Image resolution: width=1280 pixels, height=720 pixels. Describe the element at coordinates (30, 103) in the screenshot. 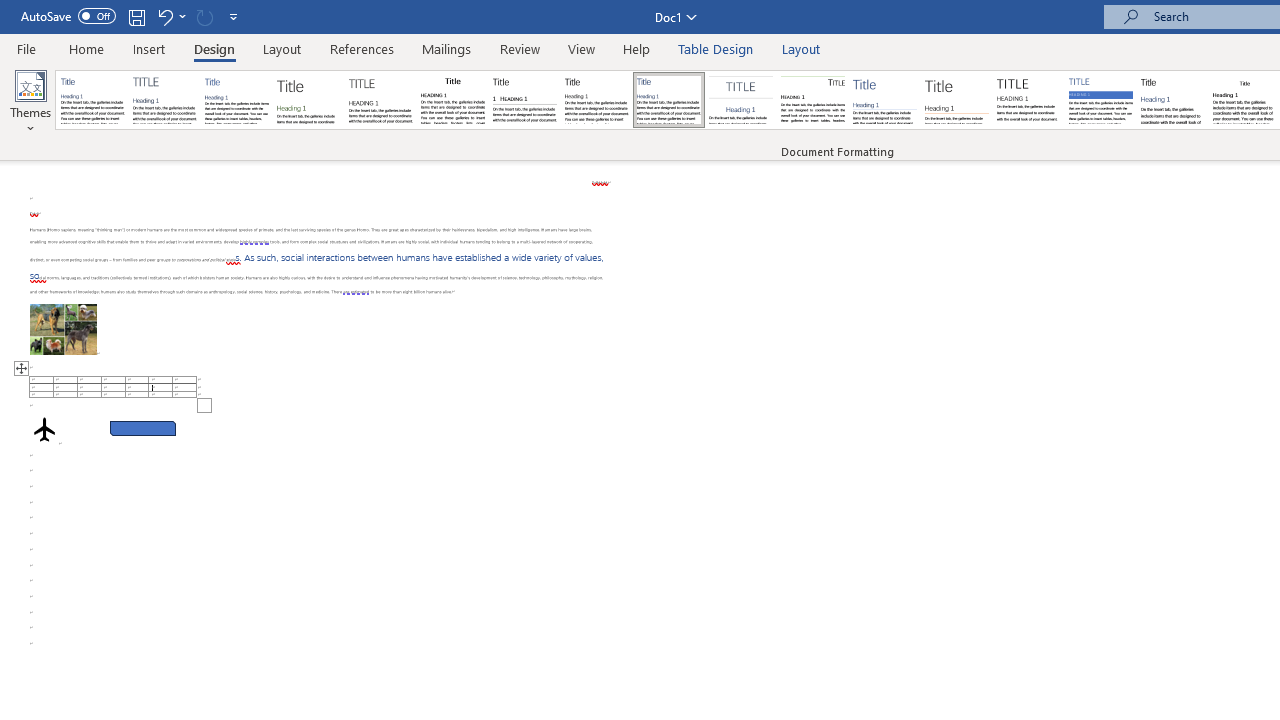

I see `'Themes'` at that location.